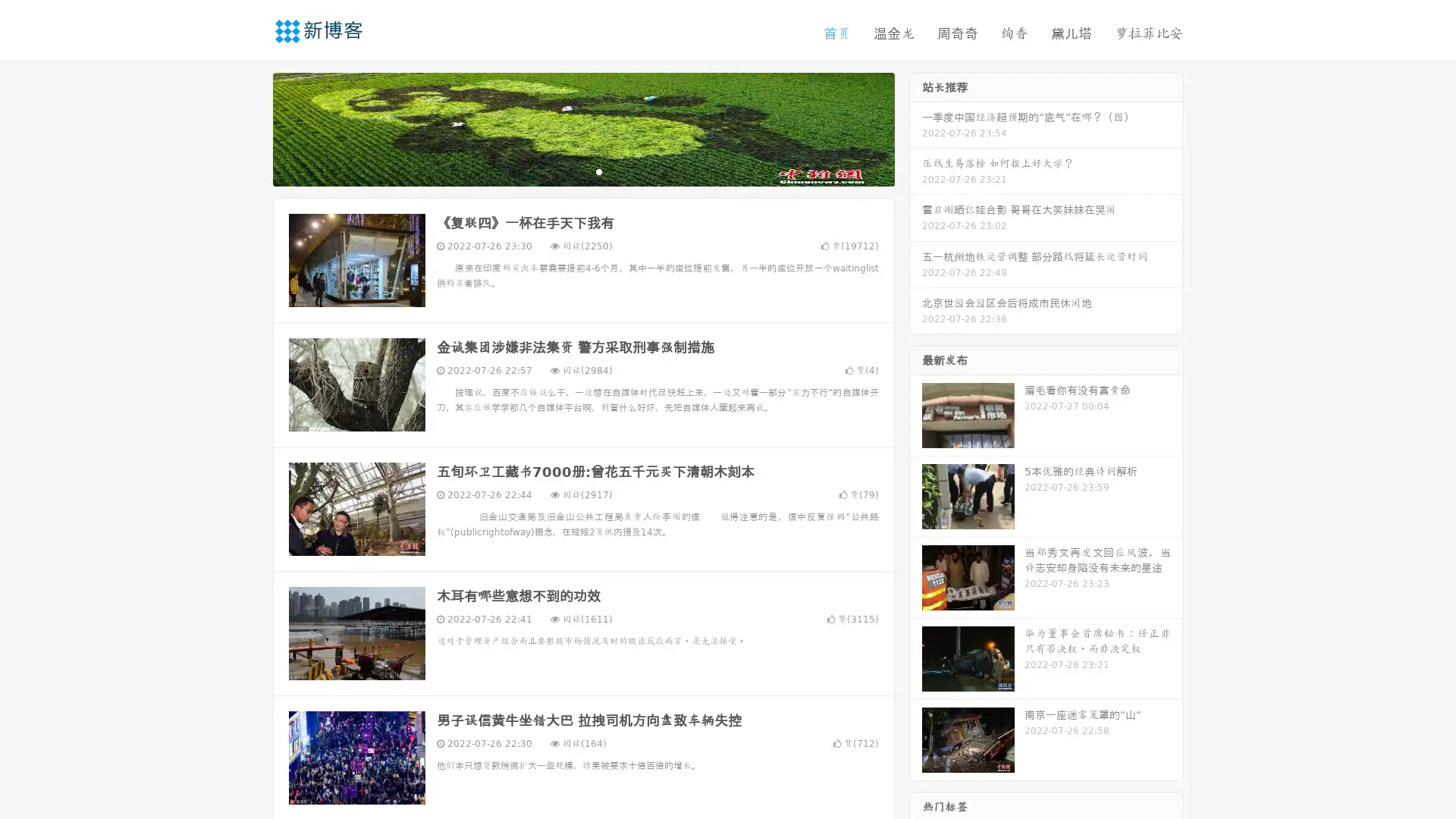 The image size is (1456, 819). I want to click on Go to slide 2, so click(582, 171).